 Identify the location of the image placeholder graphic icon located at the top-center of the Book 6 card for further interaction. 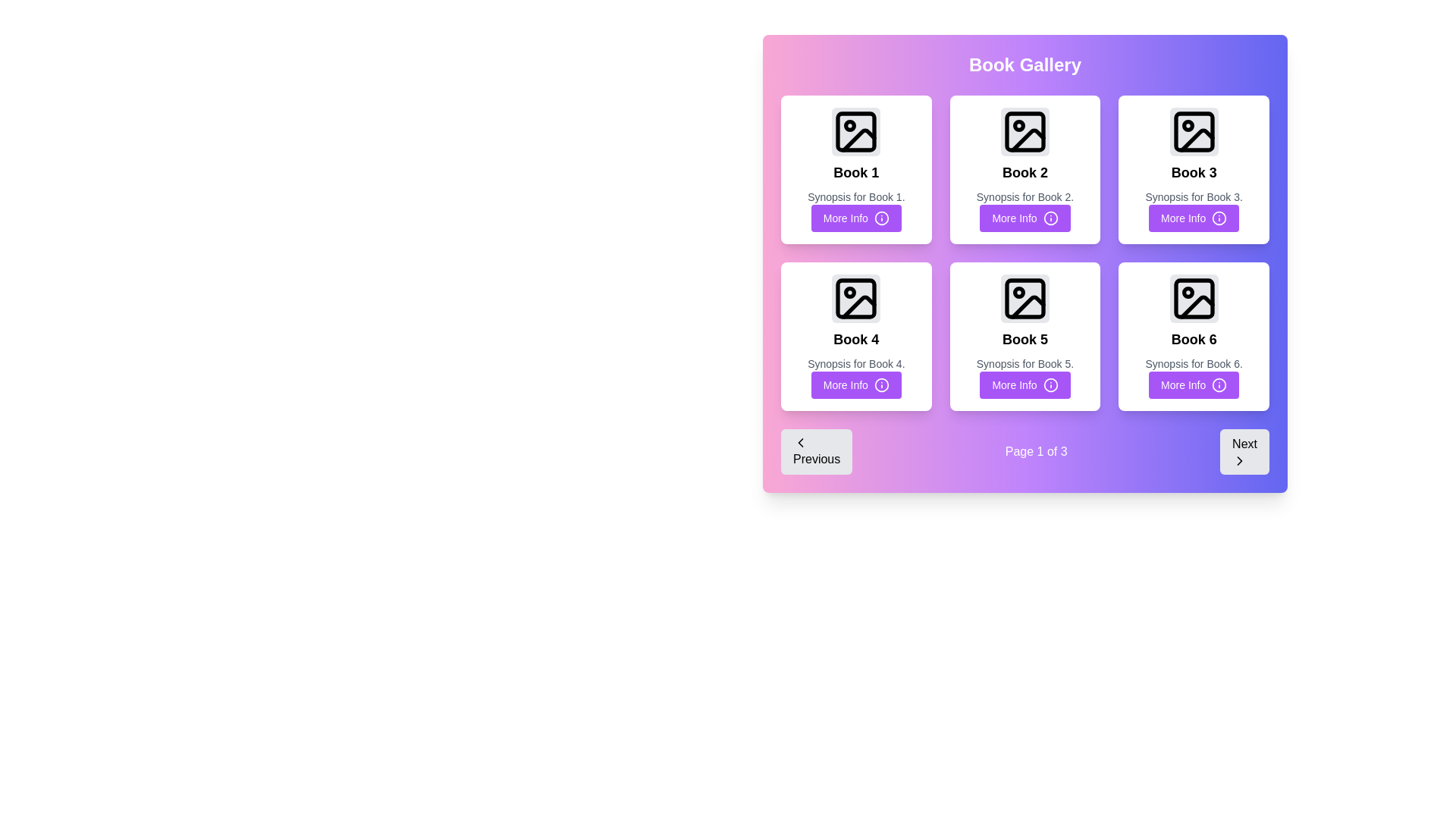
(1193, 298).